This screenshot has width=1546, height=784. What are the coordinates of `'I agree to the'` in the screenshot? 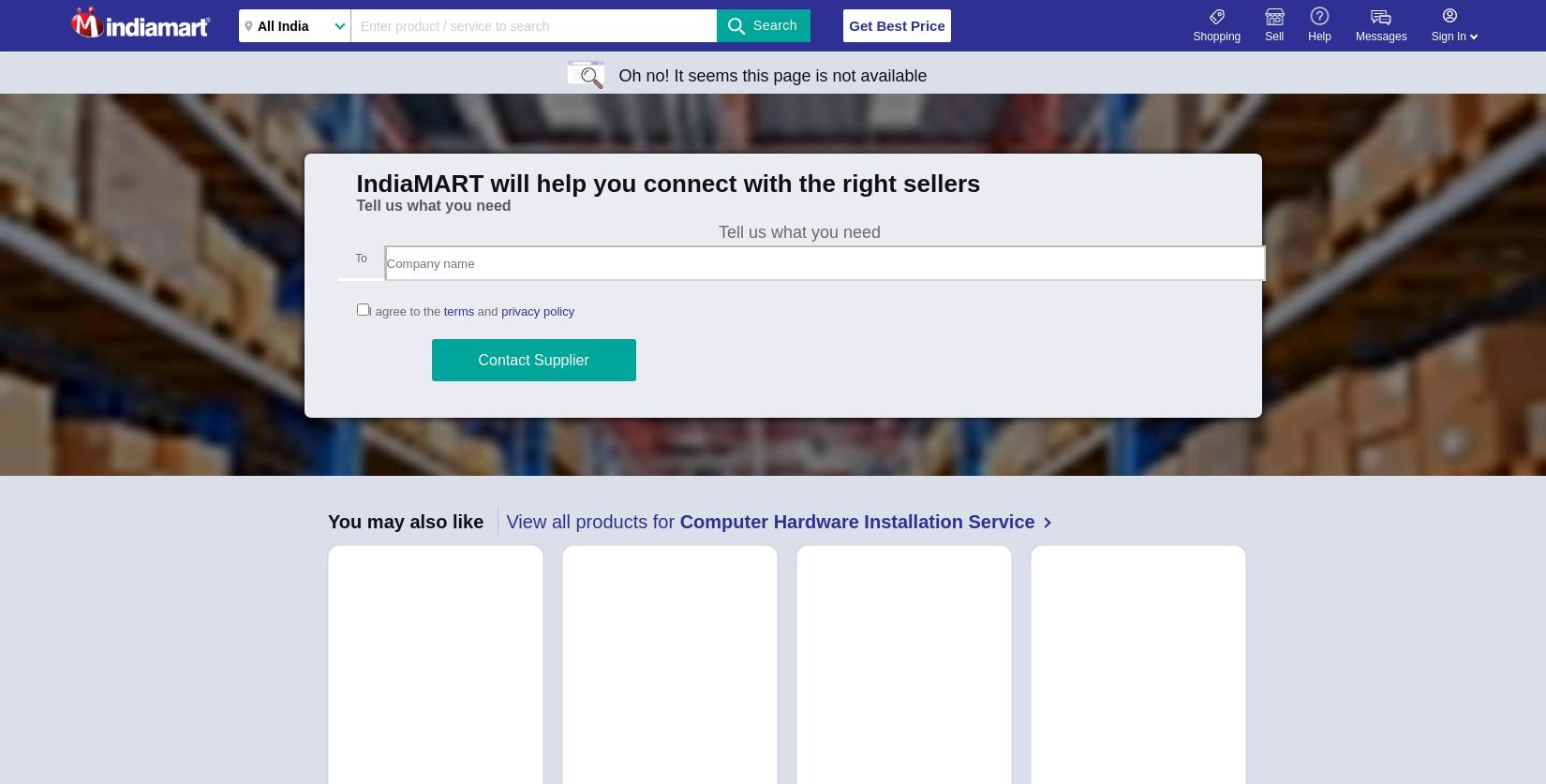 It's located at (404, 311).